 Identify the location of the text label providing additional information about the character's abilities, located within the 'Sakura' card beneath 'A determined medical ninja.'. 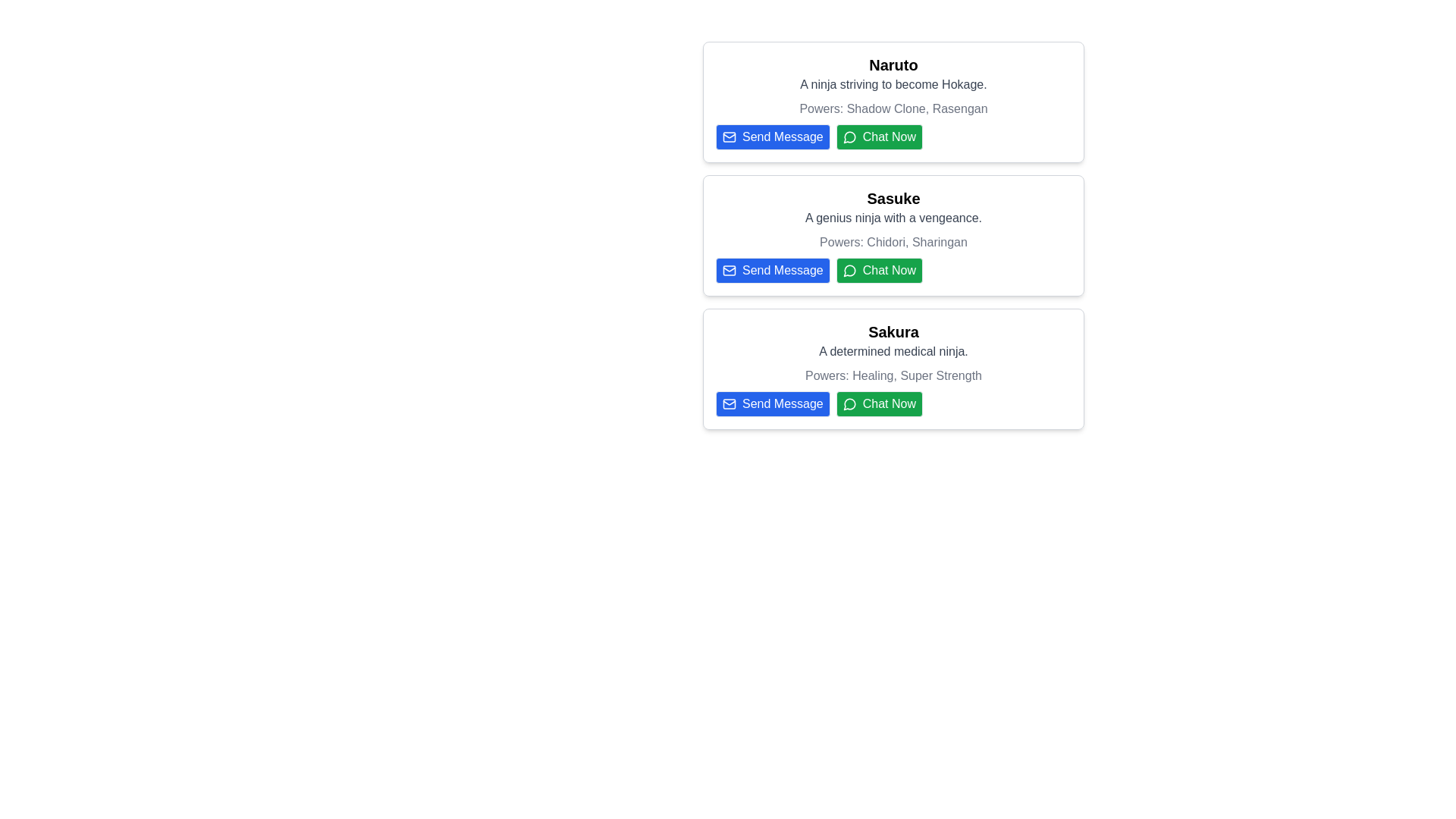
(893, 375).